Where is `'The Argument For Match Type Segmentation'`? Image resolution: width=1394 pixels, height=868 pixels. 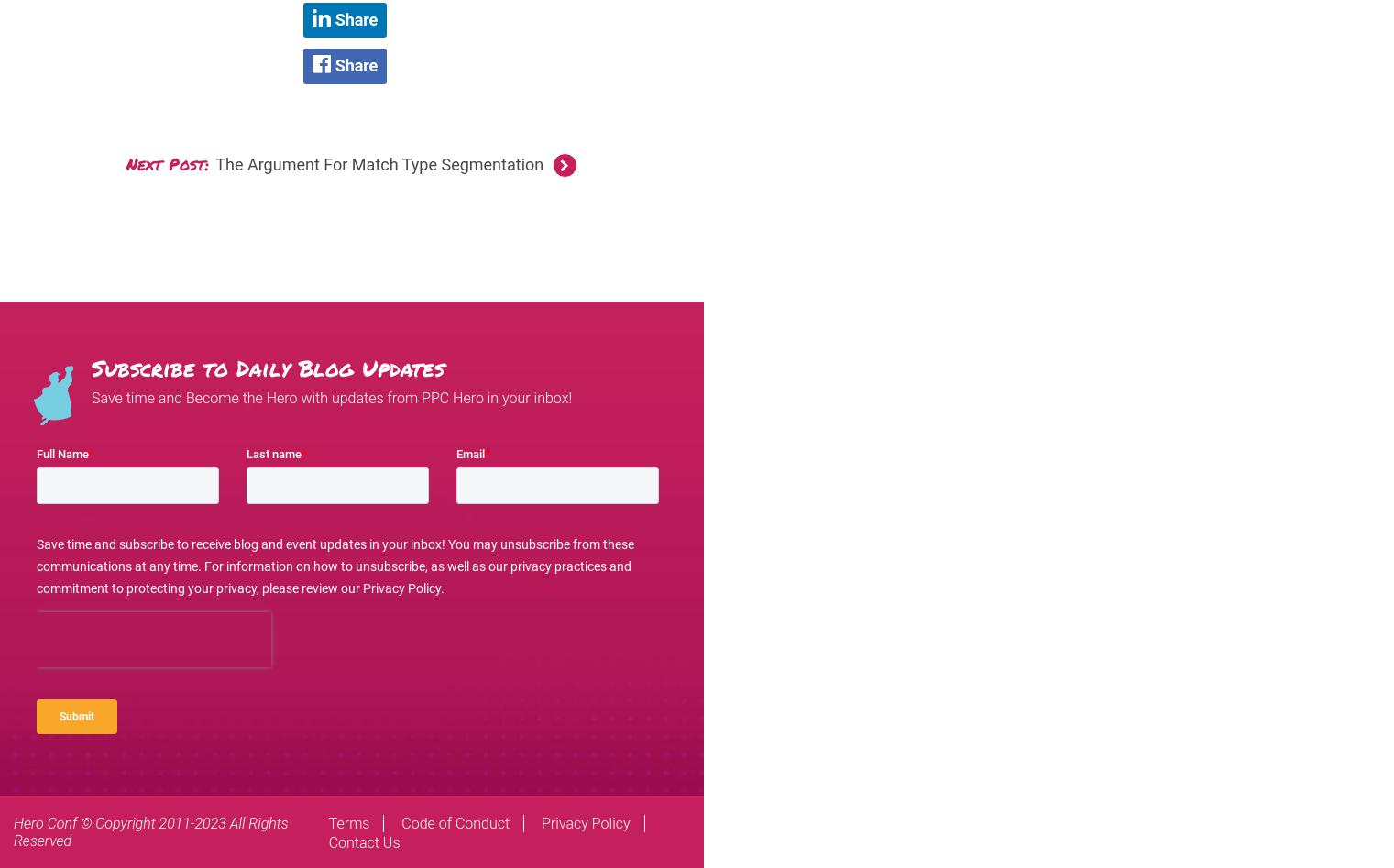
'The Argument For Match Type Segmentation' is located at coordinates (379, 162).